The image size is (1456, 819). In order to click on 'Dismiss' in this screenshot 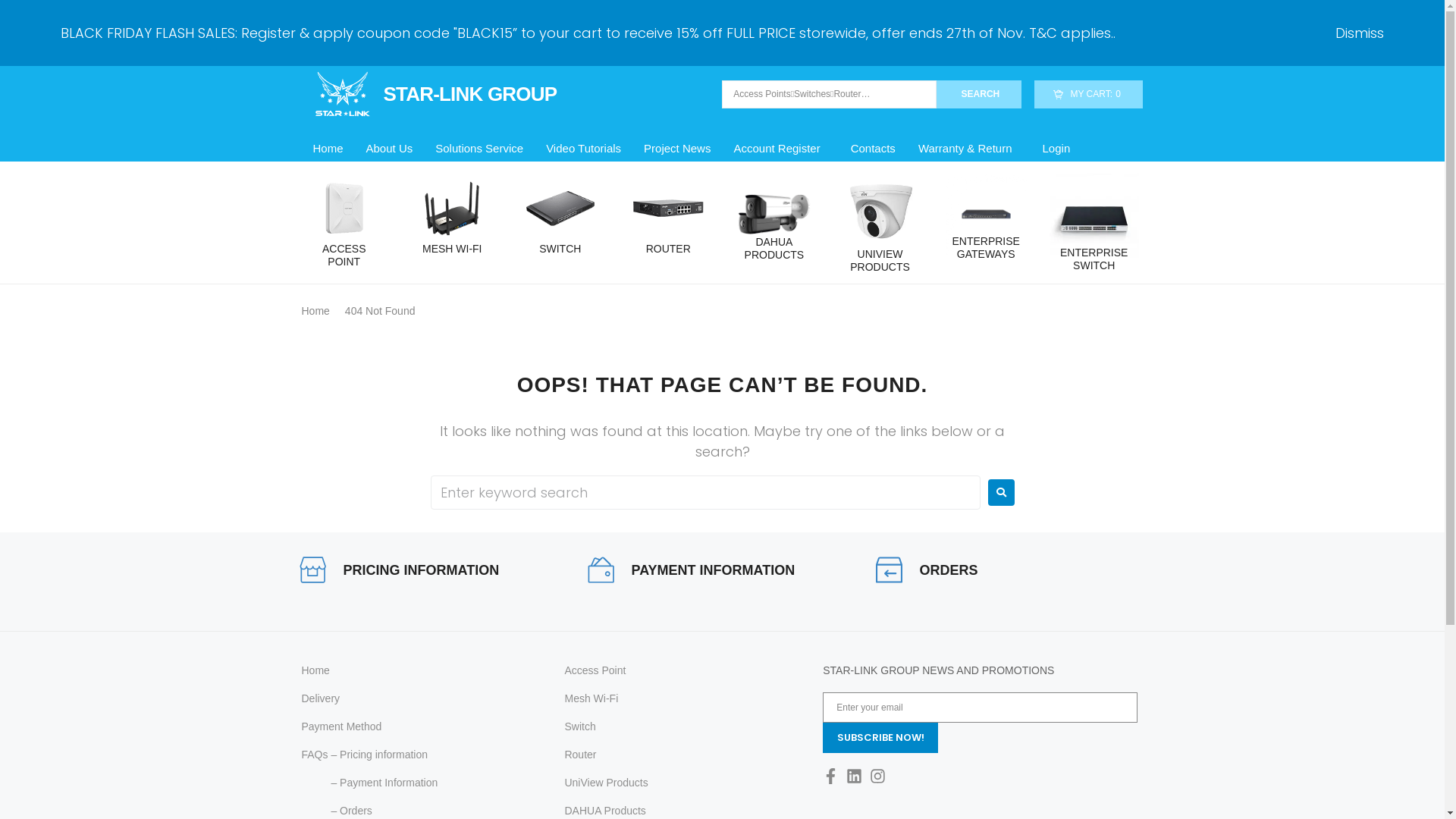, I will do `click(1360, 33)`.